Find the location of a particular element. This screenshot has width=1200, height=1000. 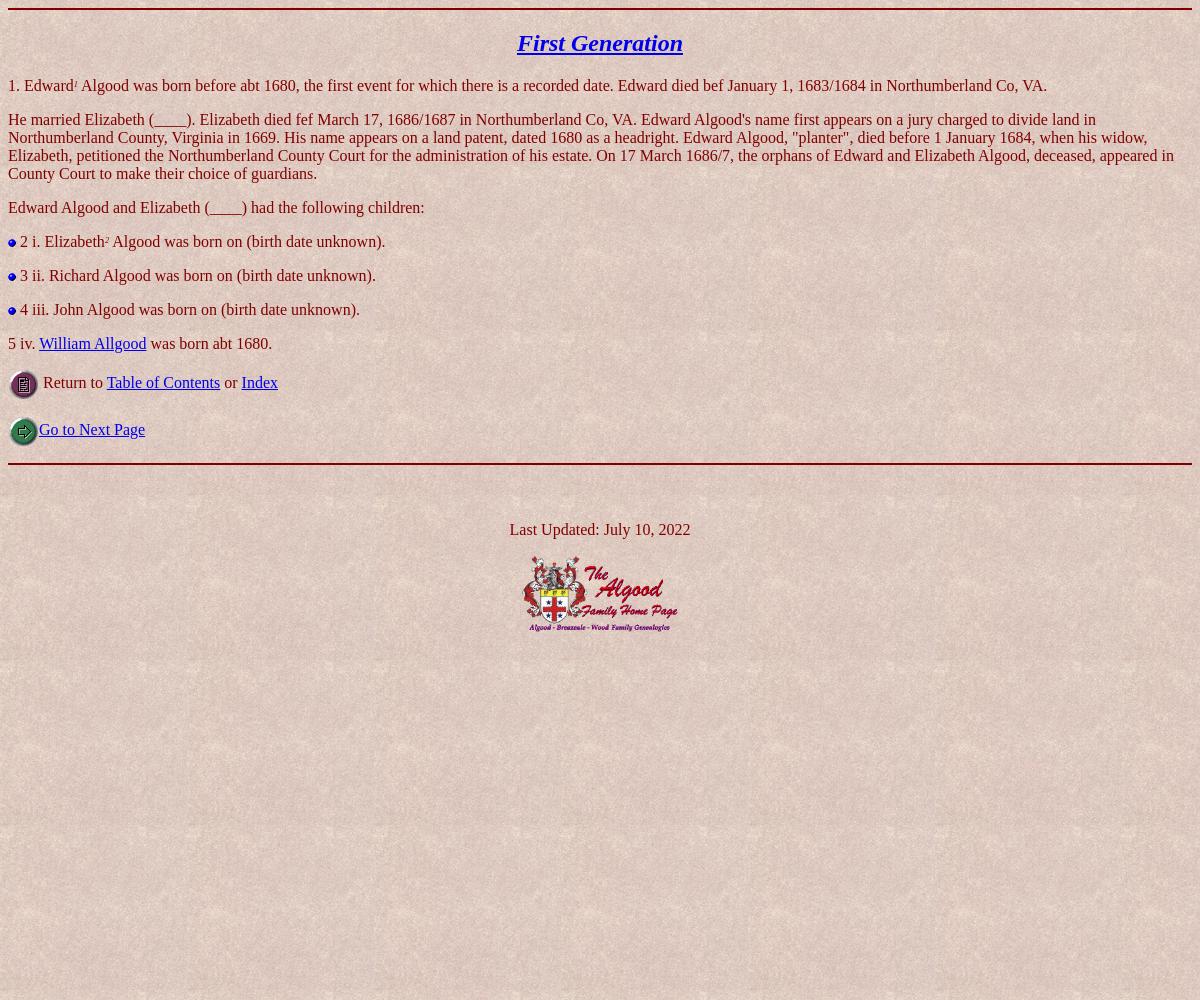

'Algood was born on (birth date unknown).' is located at coordinates (245, 239).